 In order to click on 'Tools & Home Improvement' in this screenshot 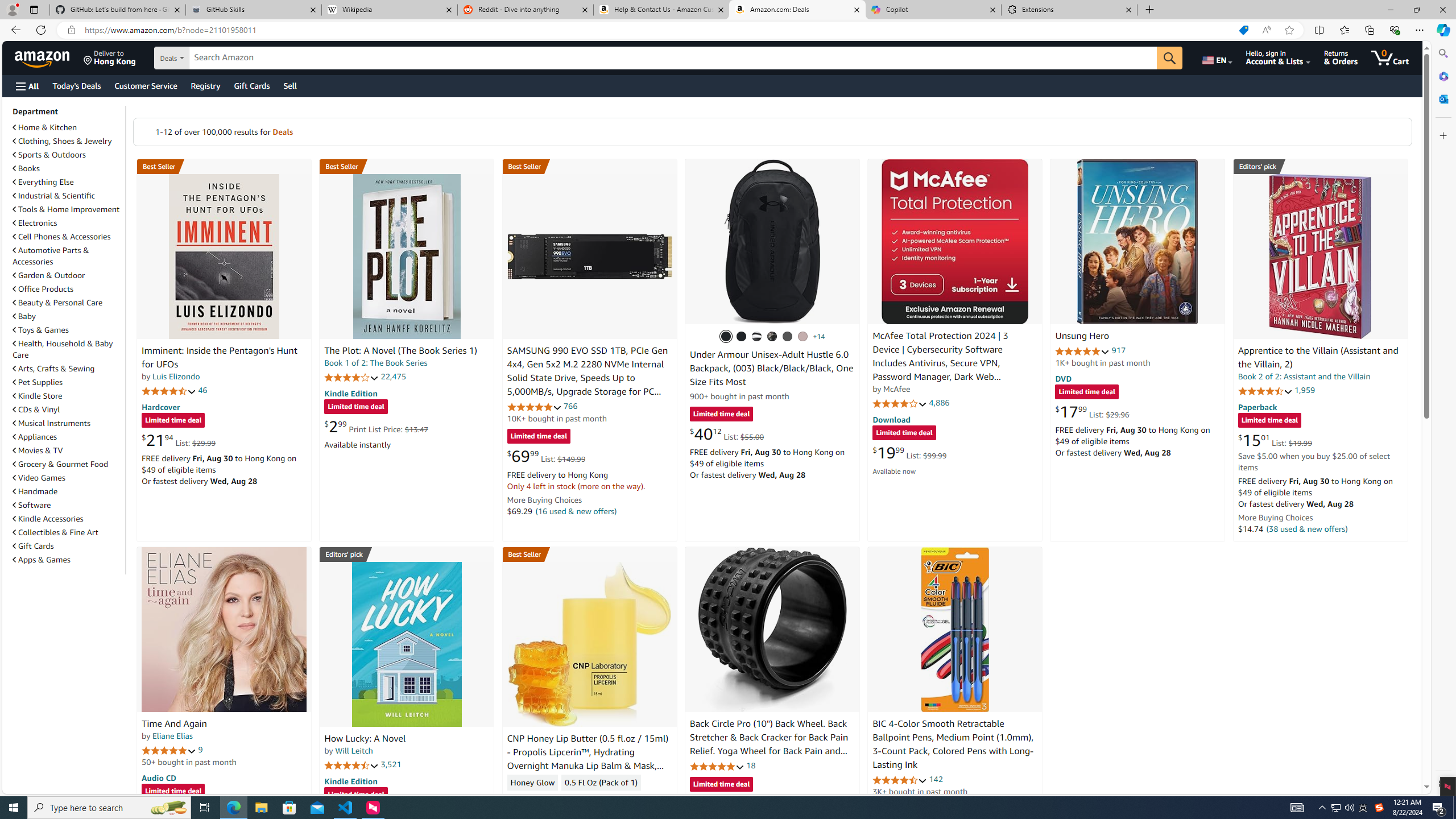, I will do `click(67, 209)`.